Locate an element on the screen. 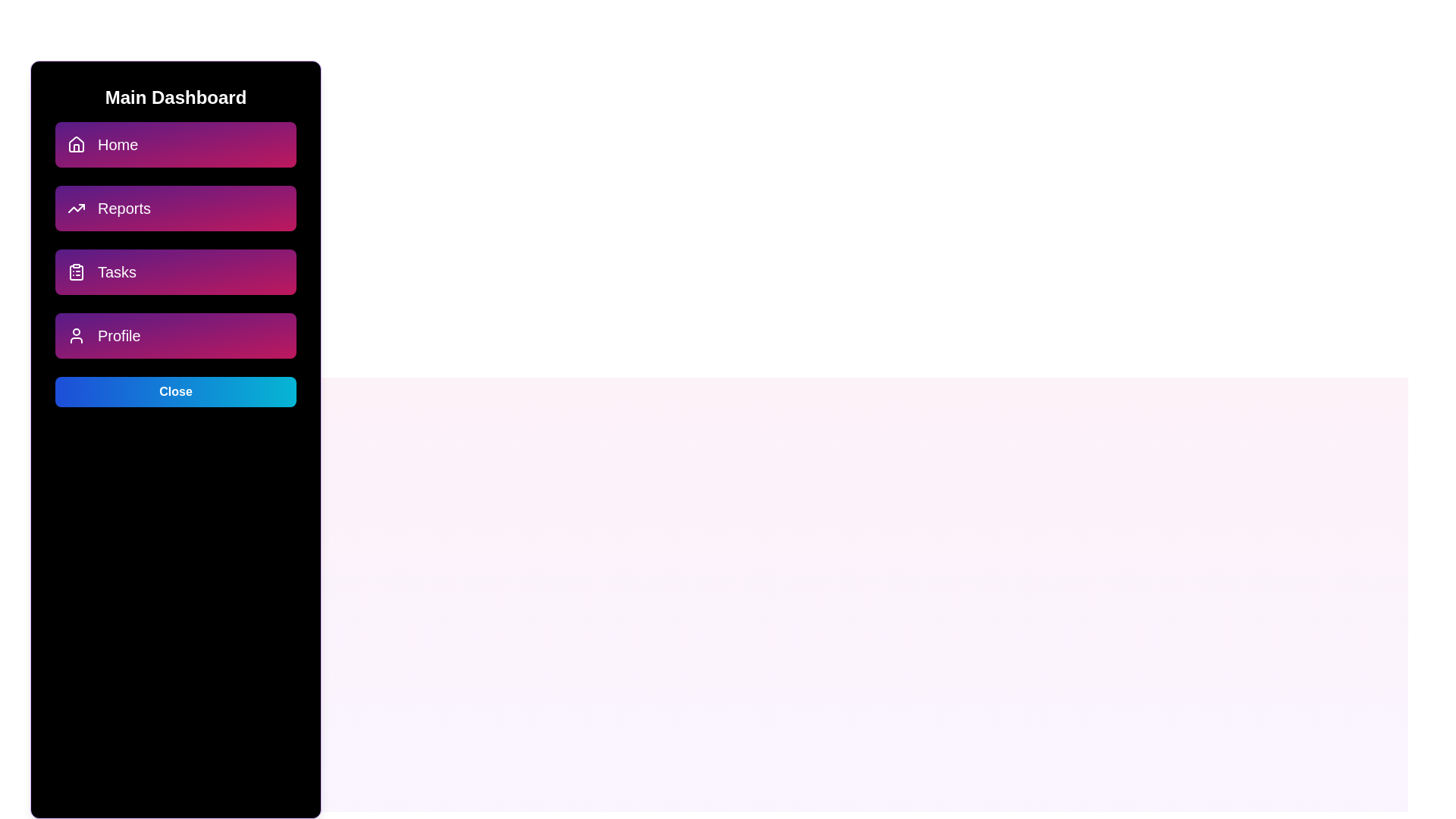  the menu option Tasks to navigate to the respective section is located at coordinates (175, 271).